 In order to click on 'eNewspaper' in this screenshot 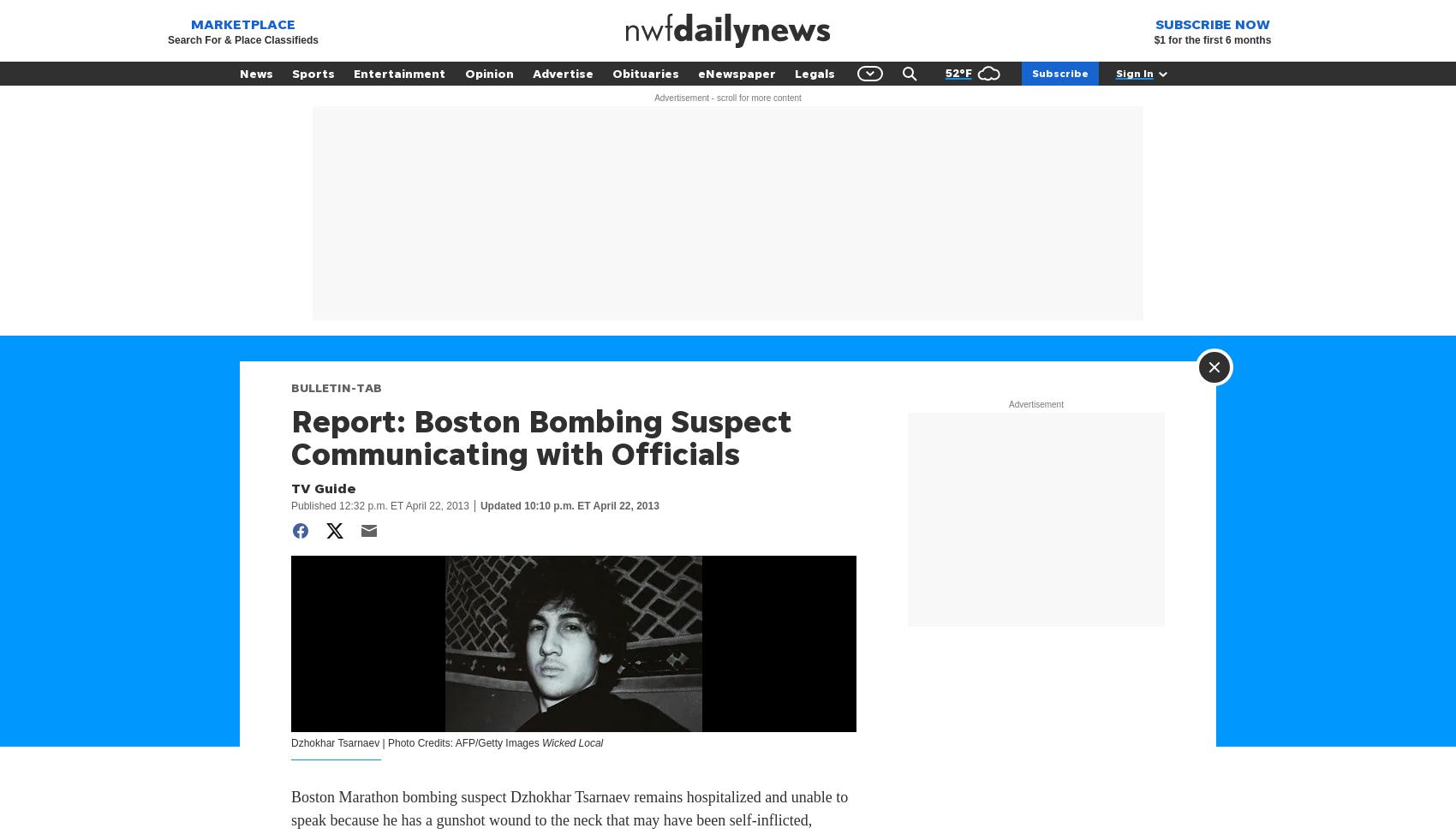, I will do `click(737, 72)`.